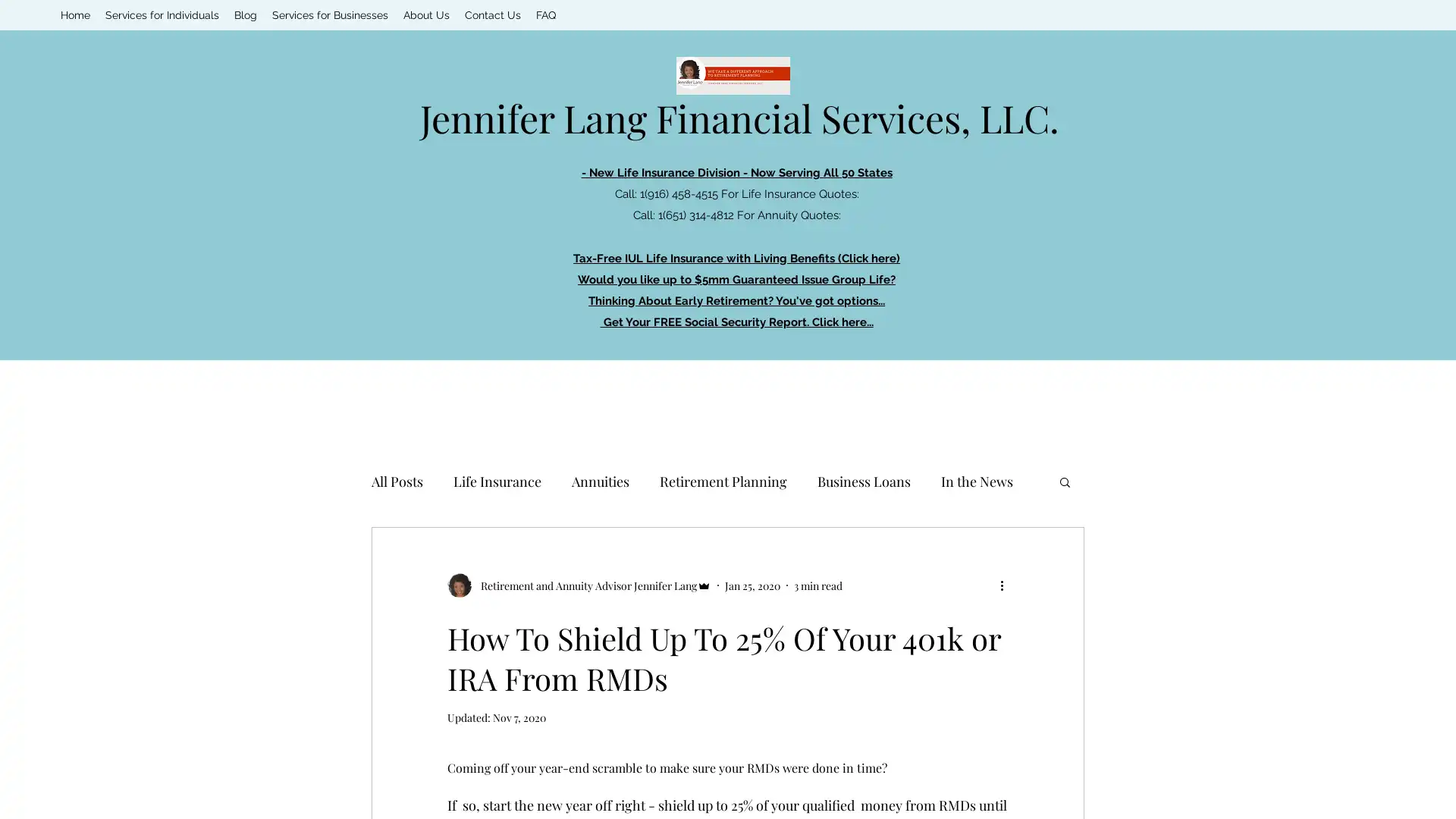 The image size is (1456, 819). I want to click on Cookie Settings, so click(1291, 794).